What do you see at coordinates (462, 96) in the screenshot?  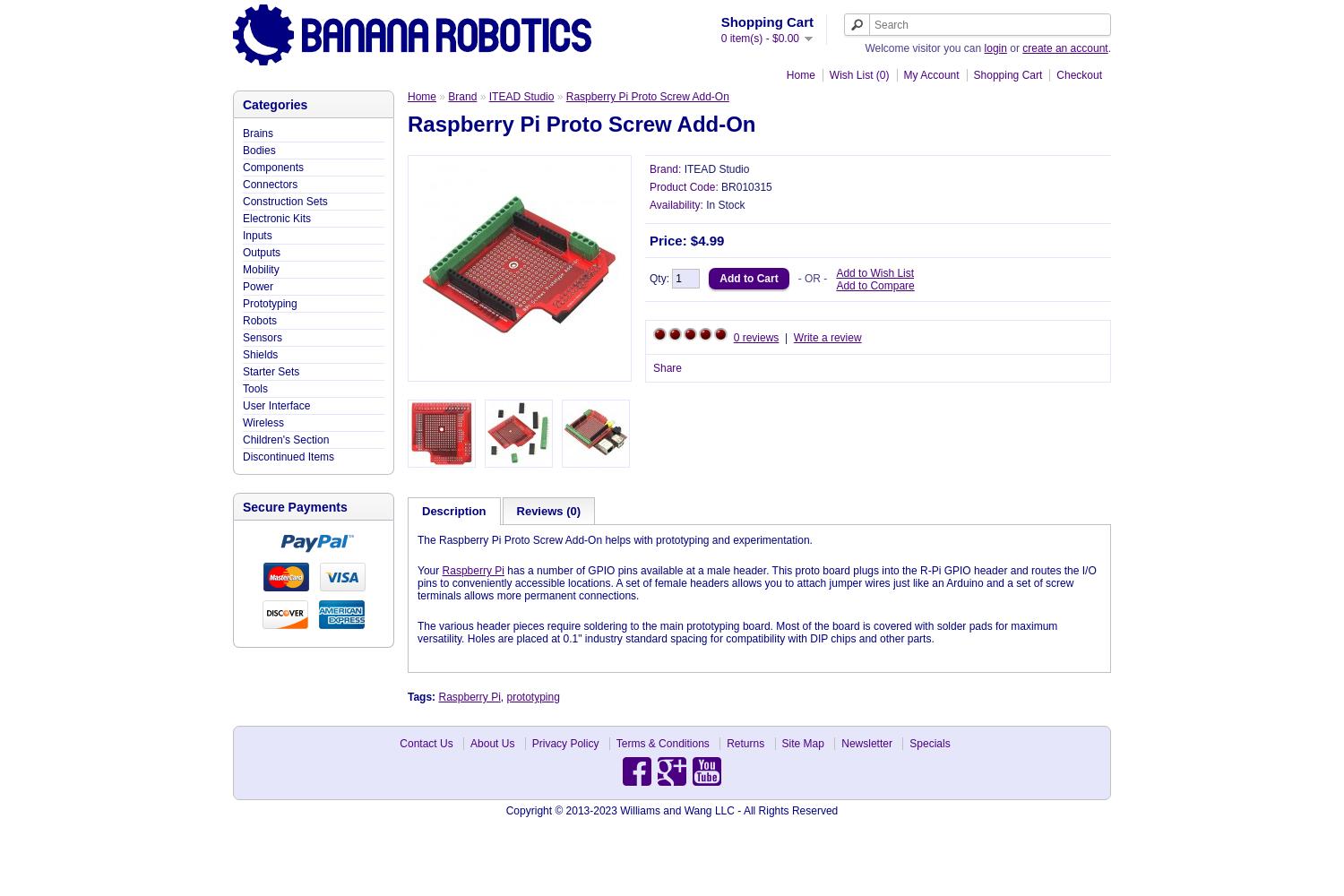 I see `'Brand'` at bounding box center [462, 96].